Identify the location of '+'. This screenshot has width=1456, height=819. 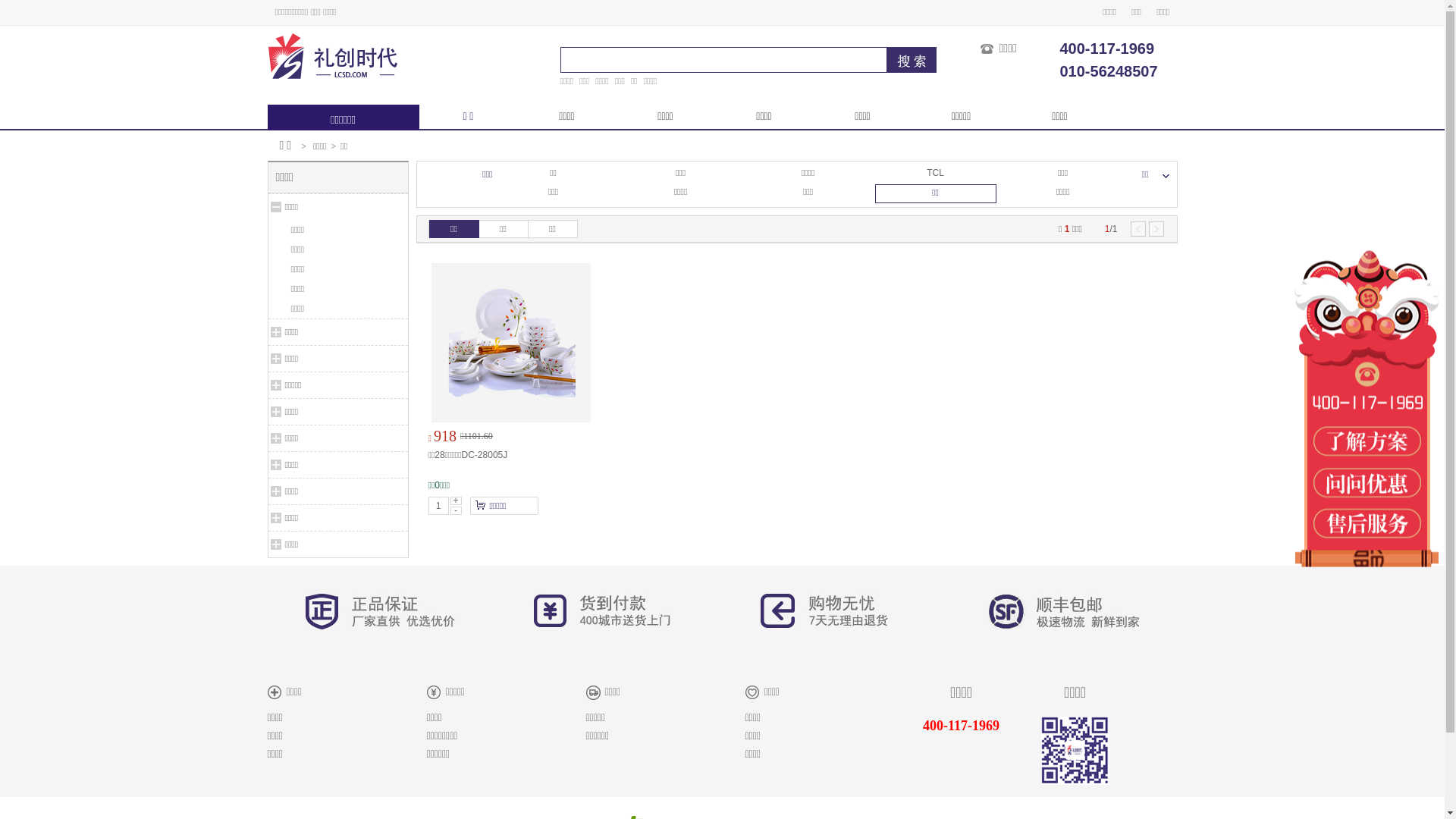
(450, 500).